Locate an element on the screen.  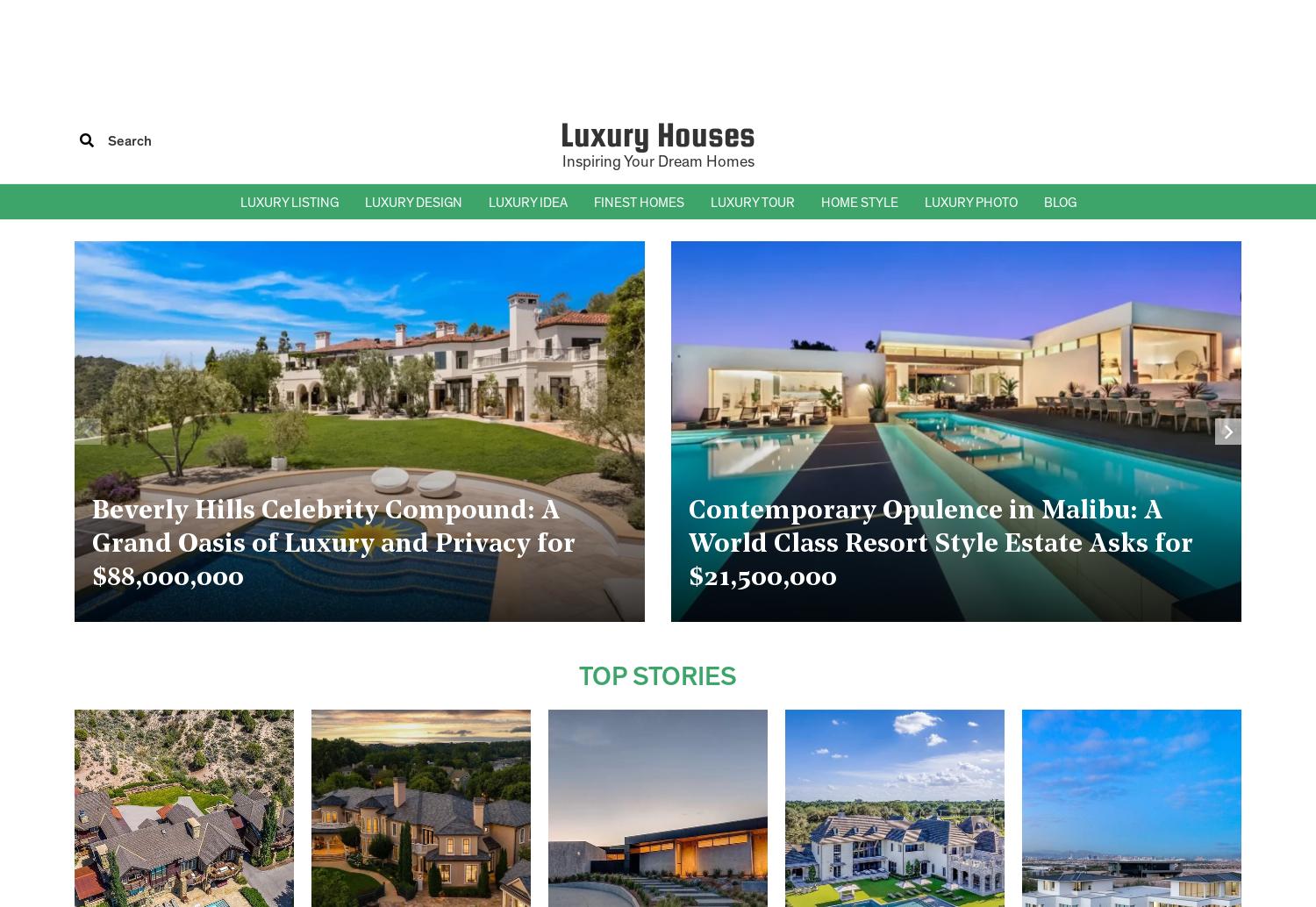
'– Mediterranean Homes' is located at coordinates (883, 312).